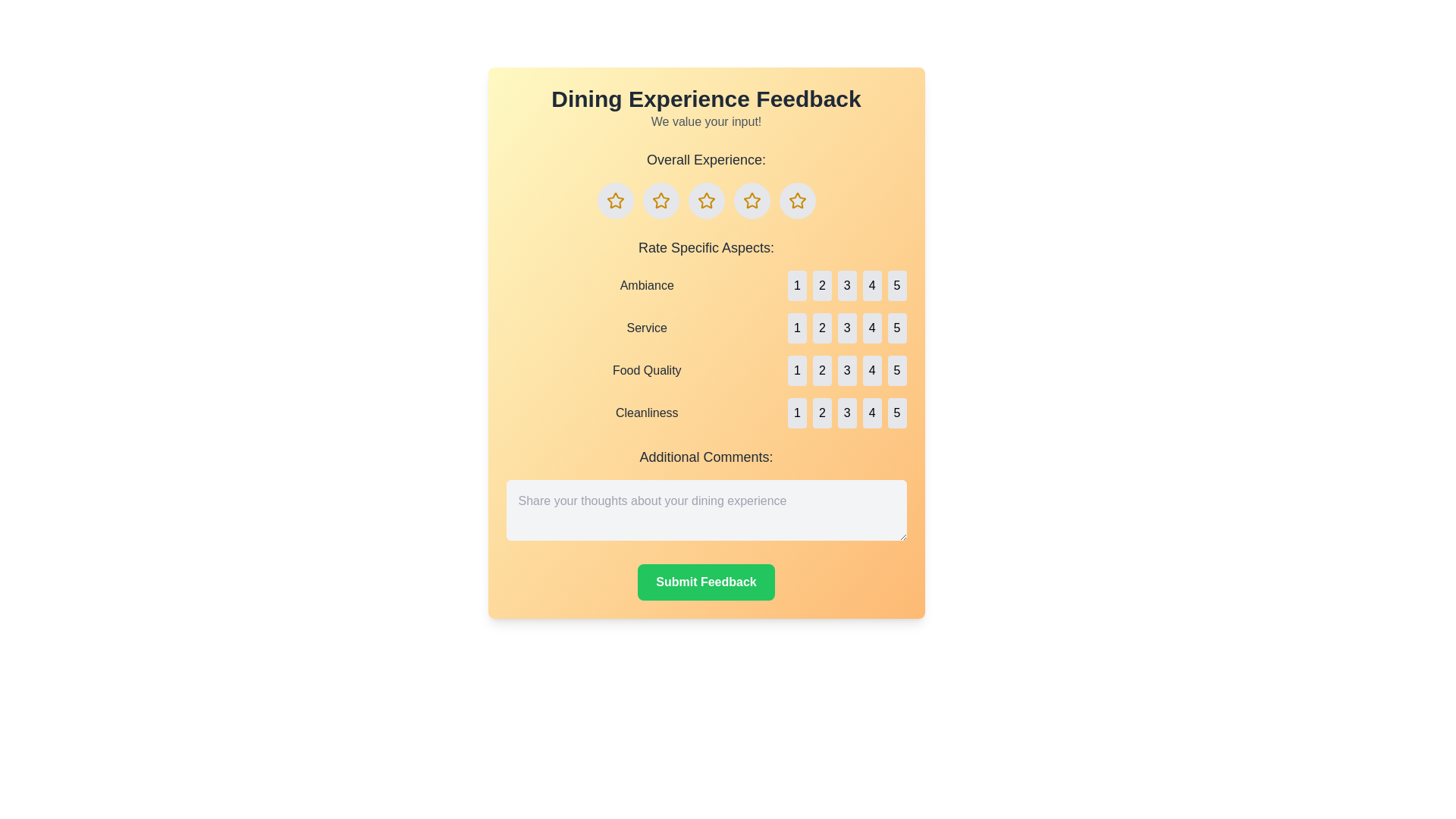  Describe the element at coordinates (705, 200) in the screenshot. I see `the third rating button with a star icon` at that location.